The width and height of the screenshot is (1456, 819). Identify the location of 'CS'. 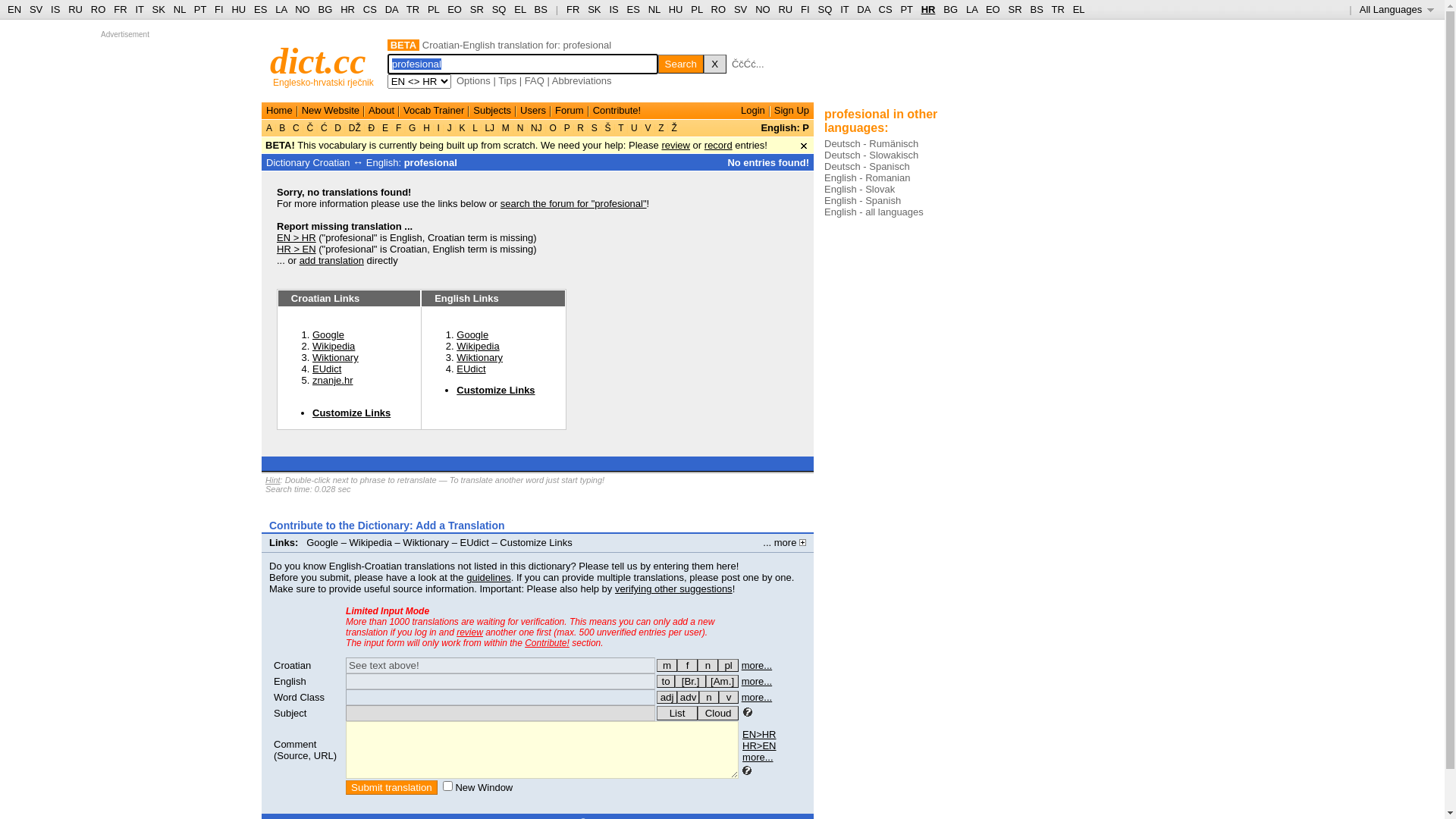
(370, 9).